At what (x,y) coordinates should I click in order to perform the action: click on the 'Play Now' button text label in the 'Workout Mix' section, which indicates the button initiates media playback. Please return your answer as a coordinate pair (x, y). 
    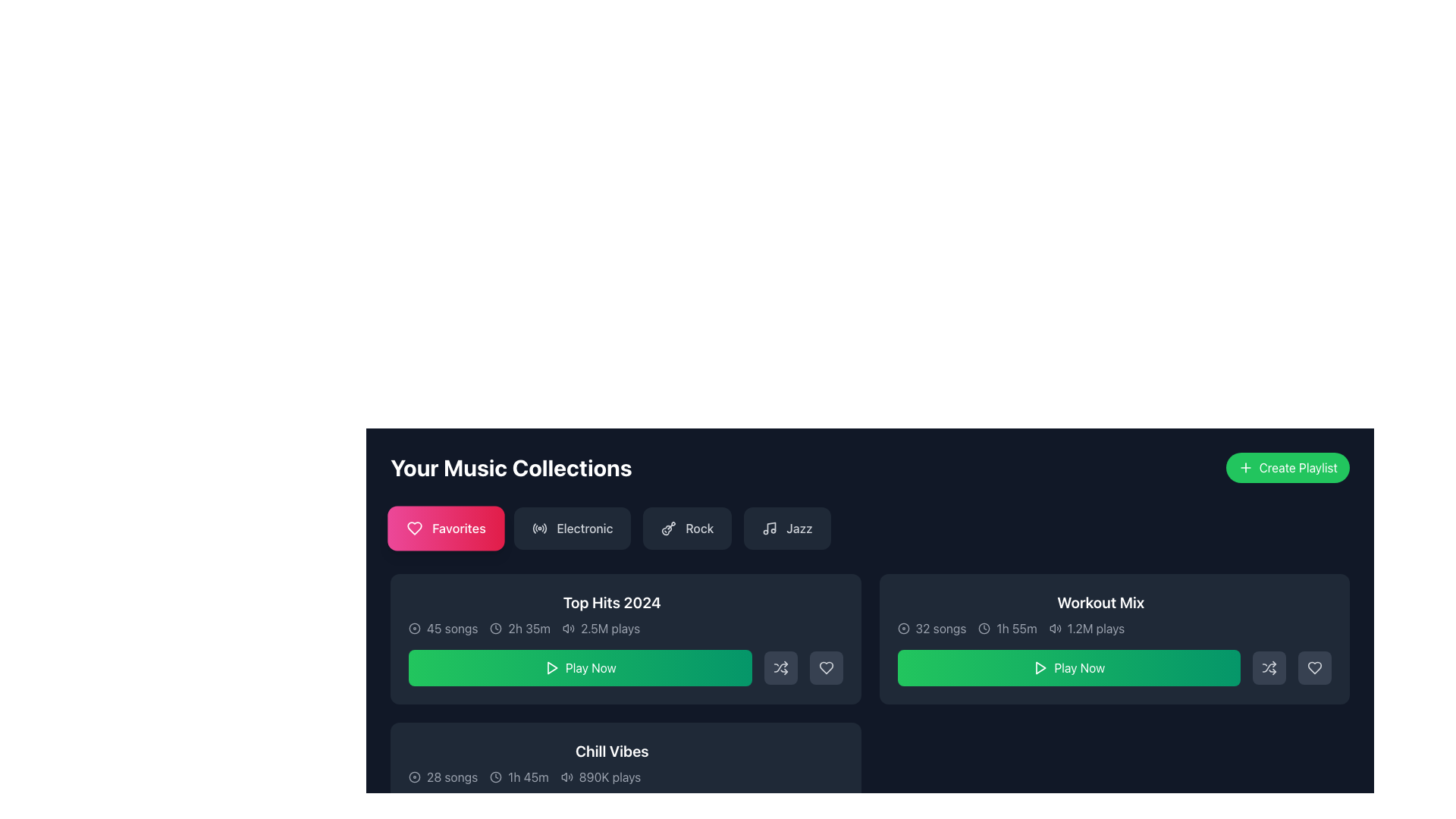
    Looking at the image, I should click on (1078, 667).